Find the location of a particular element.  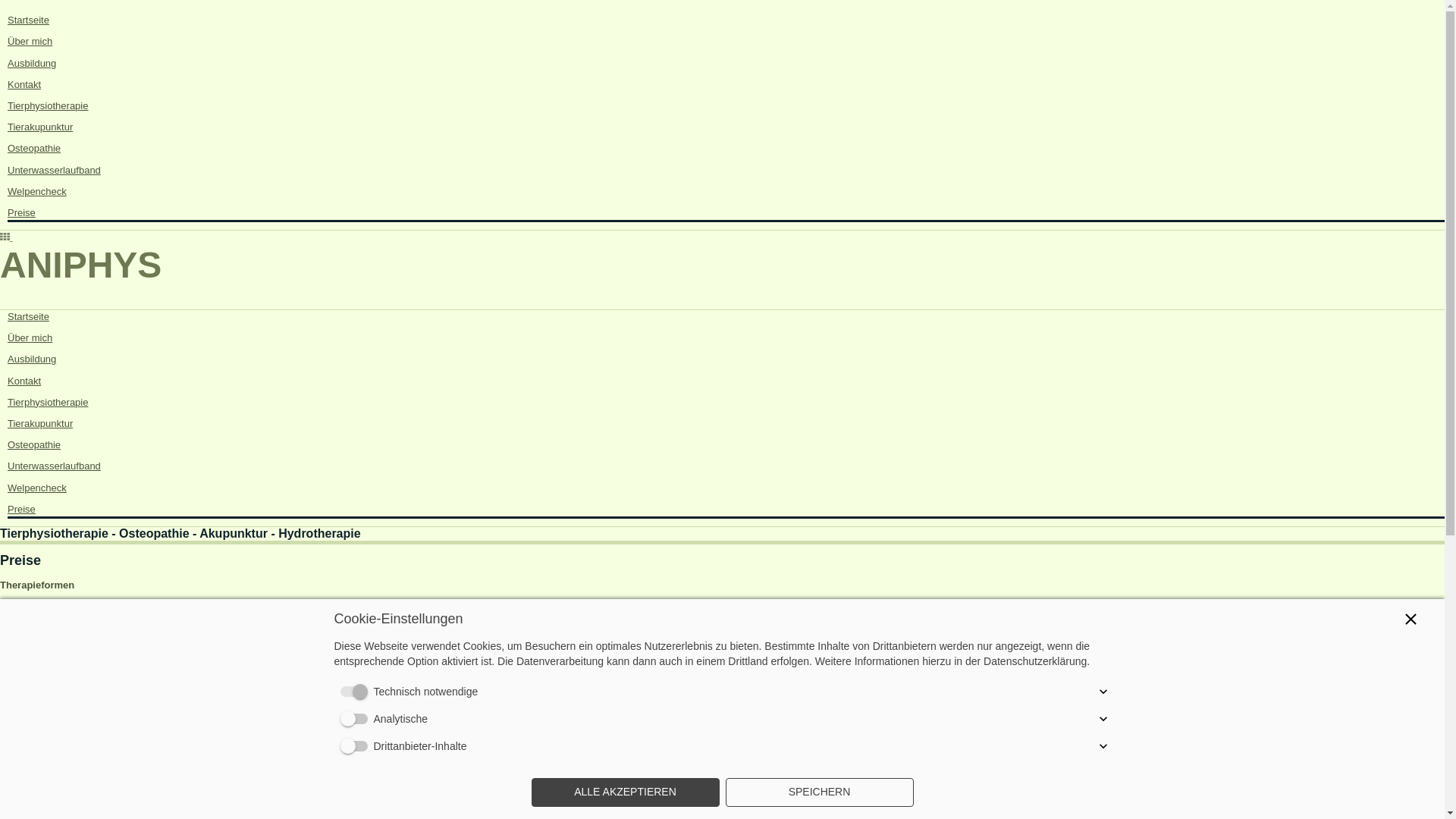

'Osteopathie' is located at coordinates (33, 444).